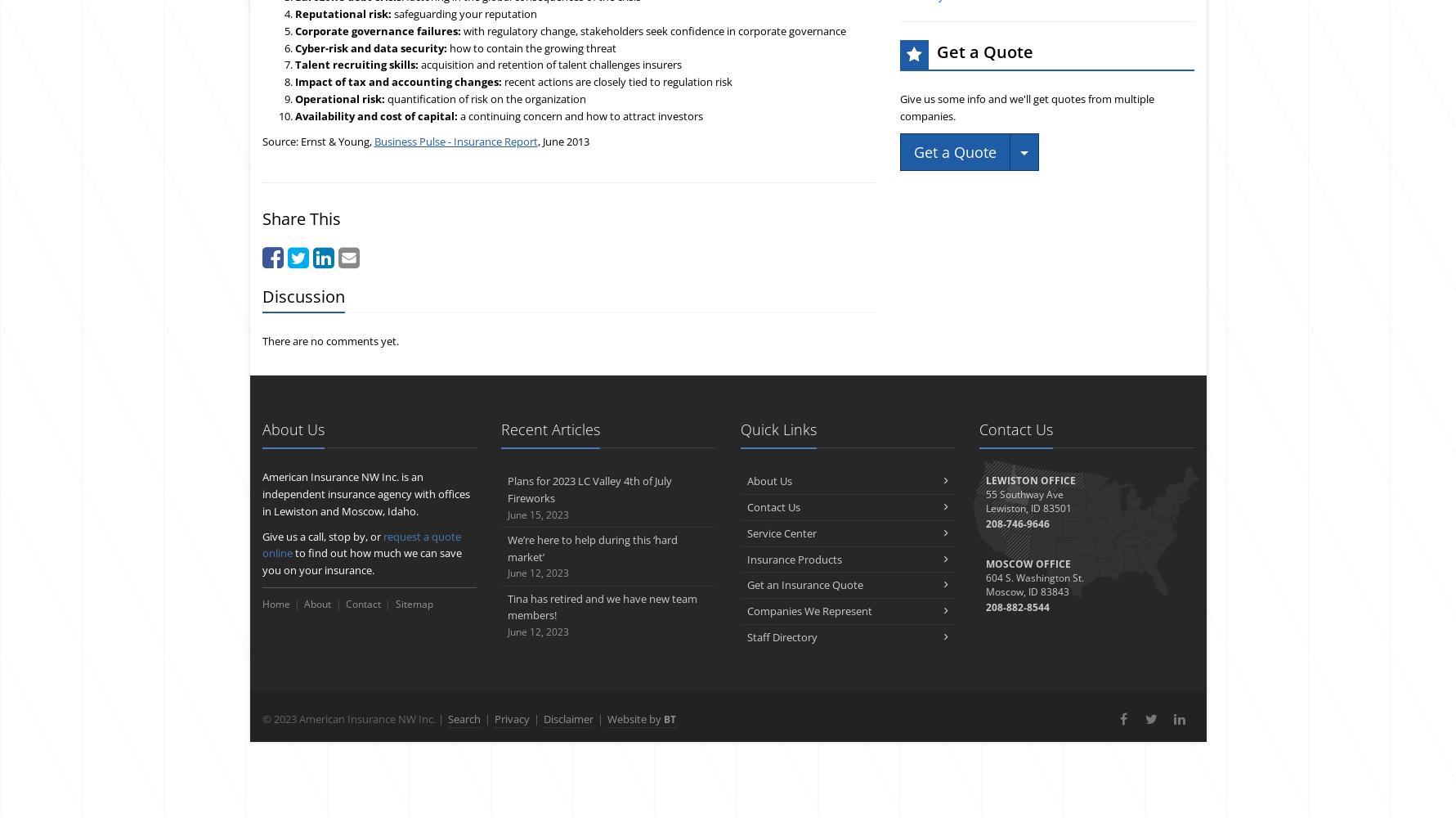  I want to click on 'to find out how much we can save you on your insurance.', so click(361, 561).